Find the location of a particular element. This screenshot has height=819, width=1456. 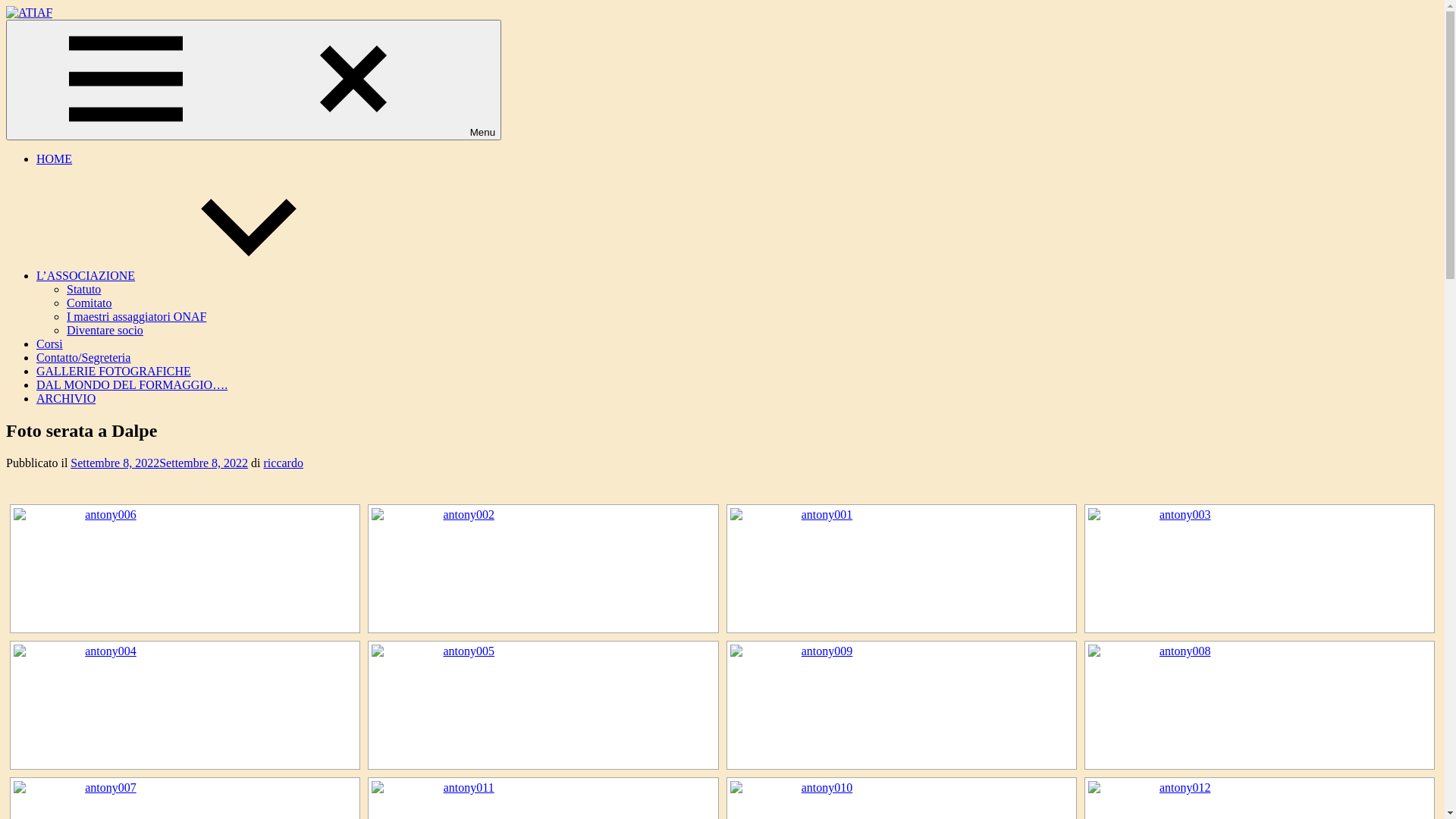

'riccardo' is located at coordinates (284, 462).